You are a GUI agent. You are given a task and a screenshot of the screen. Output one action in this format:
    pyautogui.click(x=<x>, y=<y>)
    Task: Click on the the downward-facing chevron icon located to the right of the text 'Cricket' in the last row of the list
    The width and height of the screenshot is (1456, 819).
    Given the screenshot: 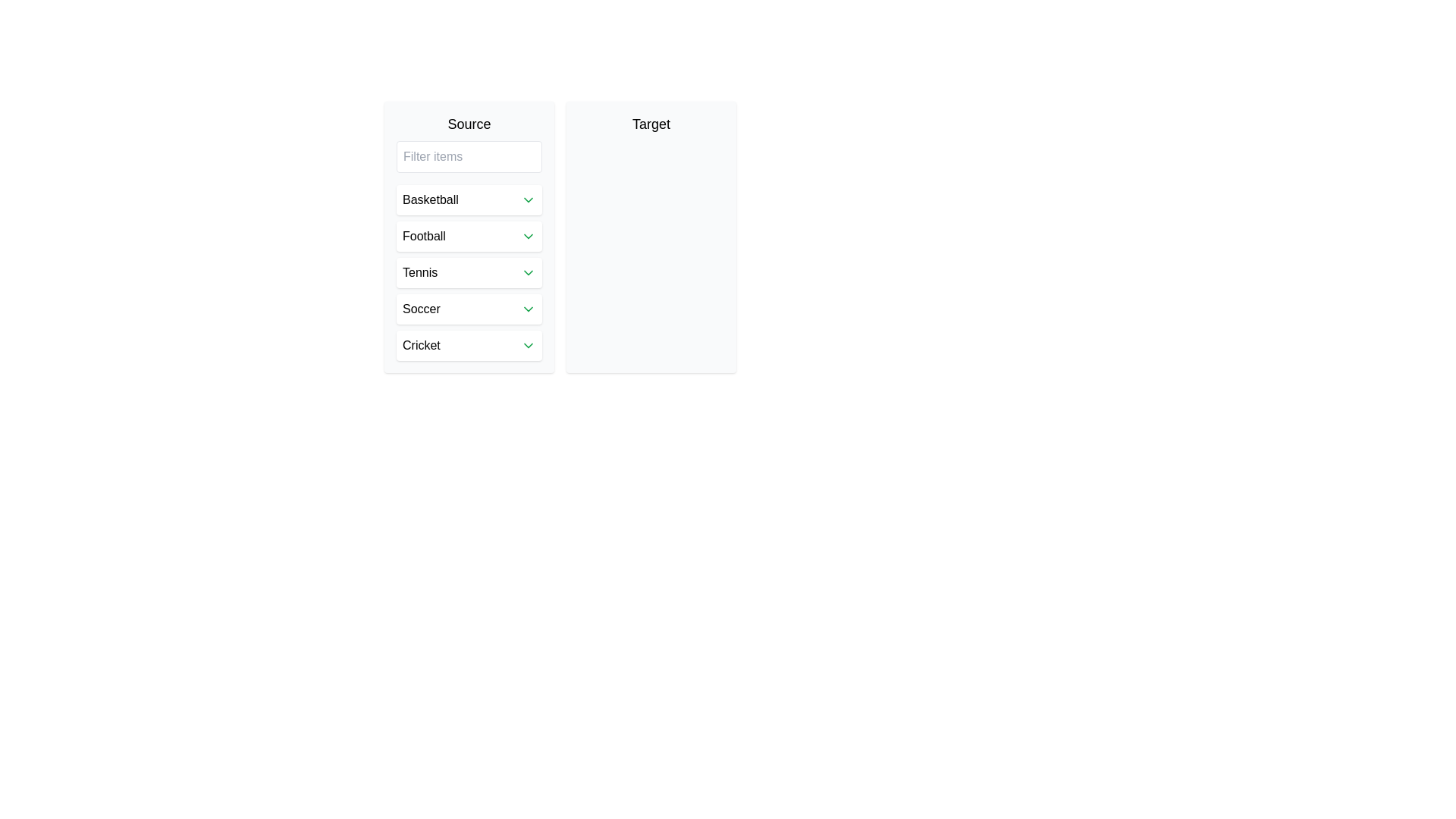 What is the action you would take?
    pyautogui.click(x=528, y=345)
    